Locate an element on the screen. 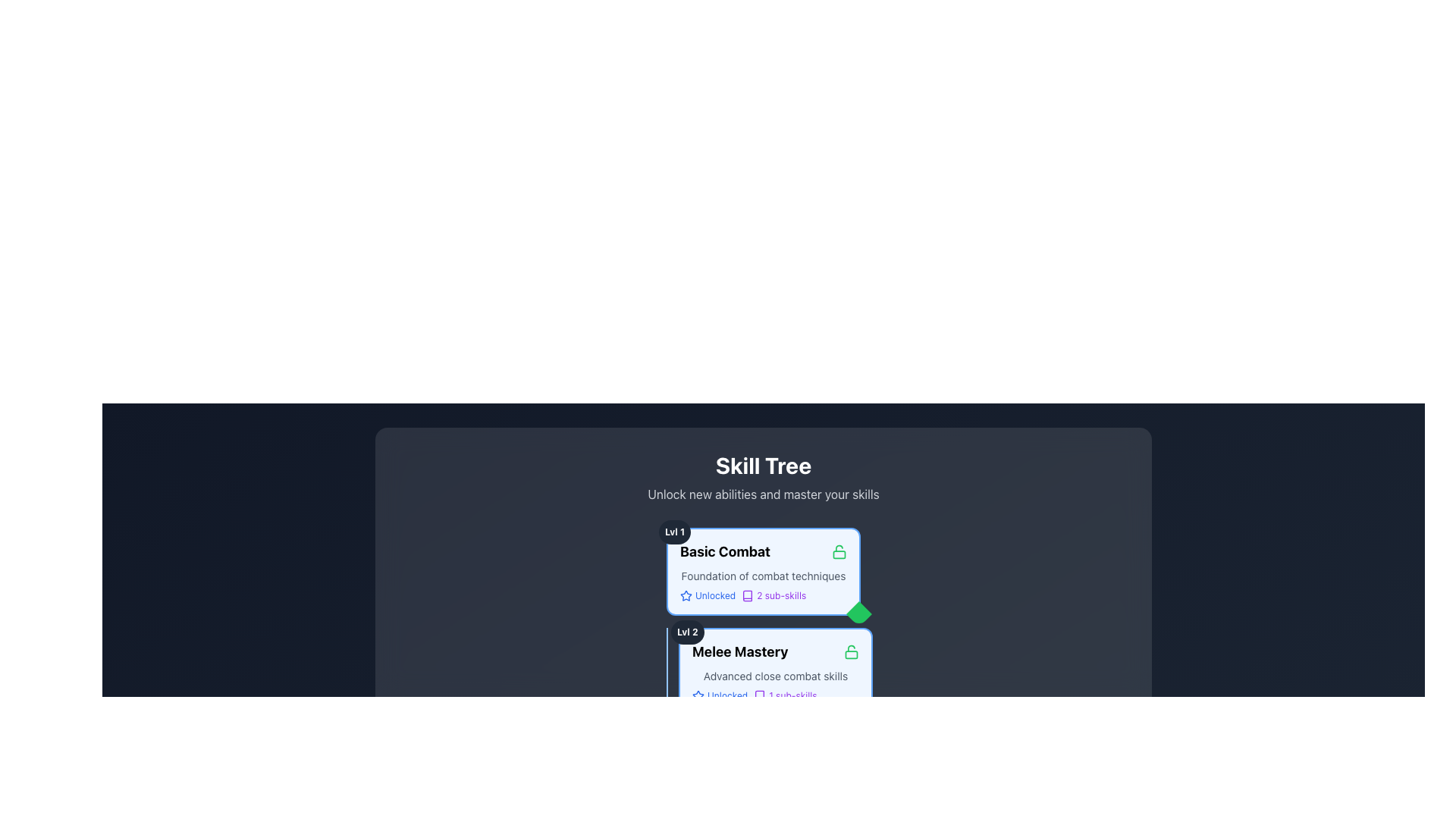 This screenshot has height=819, width=1456. the surrounding area of the 'Basic Combat' status indicator text label is located at coordinates (714, 595).